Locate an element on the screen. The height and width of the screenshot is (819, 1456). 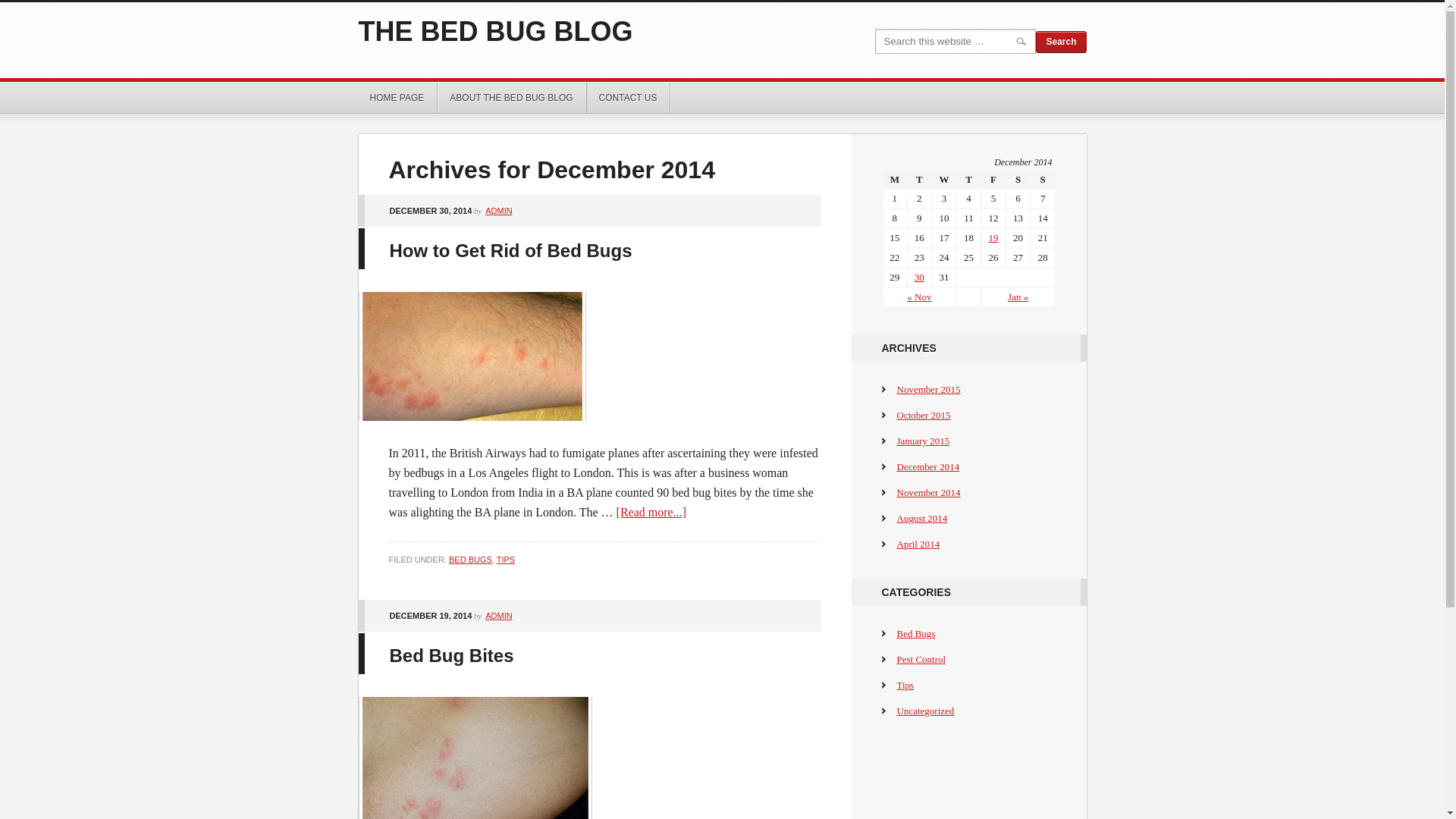
'THE BED BUG BLOG' is located at coordinates (494, 31).